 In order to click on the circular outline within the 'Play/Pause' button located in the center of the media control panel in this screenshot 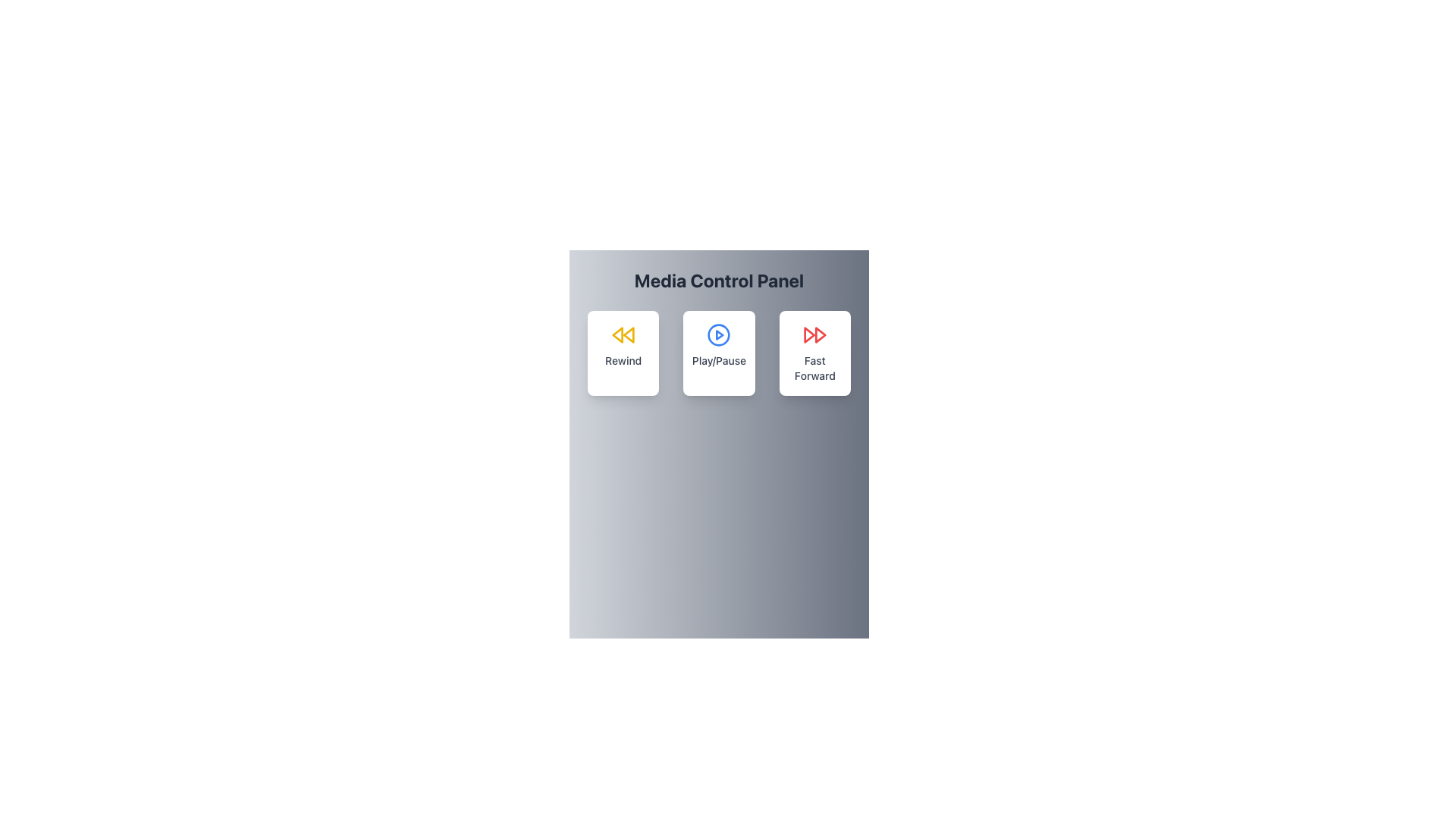, I will do `click(718, 334)`.